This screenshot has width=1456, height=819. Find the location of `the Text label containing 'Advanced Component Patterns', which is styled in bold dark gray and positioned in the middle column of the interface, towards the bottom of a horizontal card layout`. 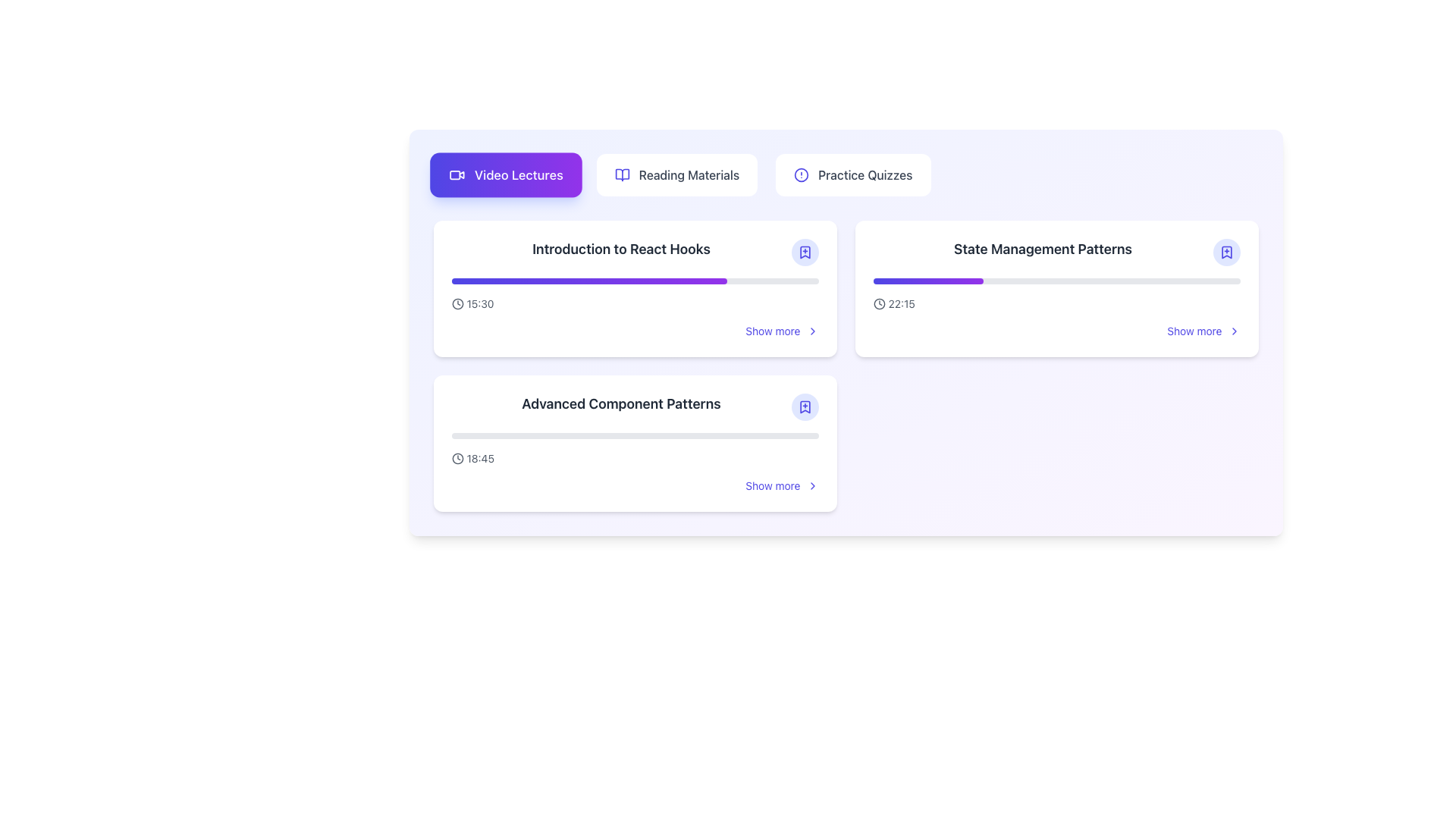

the Text label containing 'Advanced Component Patterns', which is styled in bold dark gray and positioned in the middle column of the interface, towards the bottom of a horizontal card layout is located at coordinates (621, 403).